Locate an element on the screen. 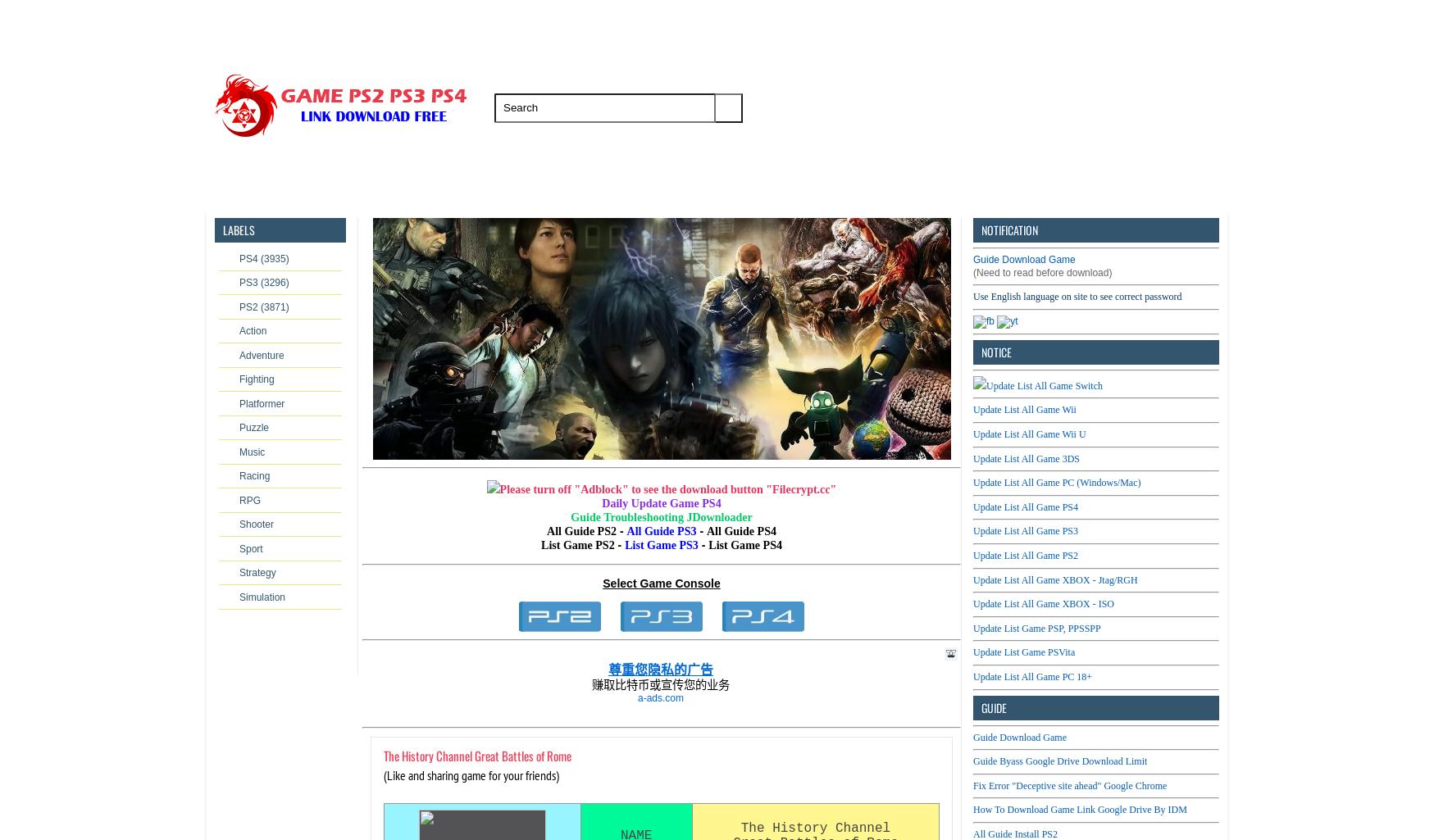  'Fix Error "Deceptive site ahead" Google Chrome' is located at coordinates (1069, 784).